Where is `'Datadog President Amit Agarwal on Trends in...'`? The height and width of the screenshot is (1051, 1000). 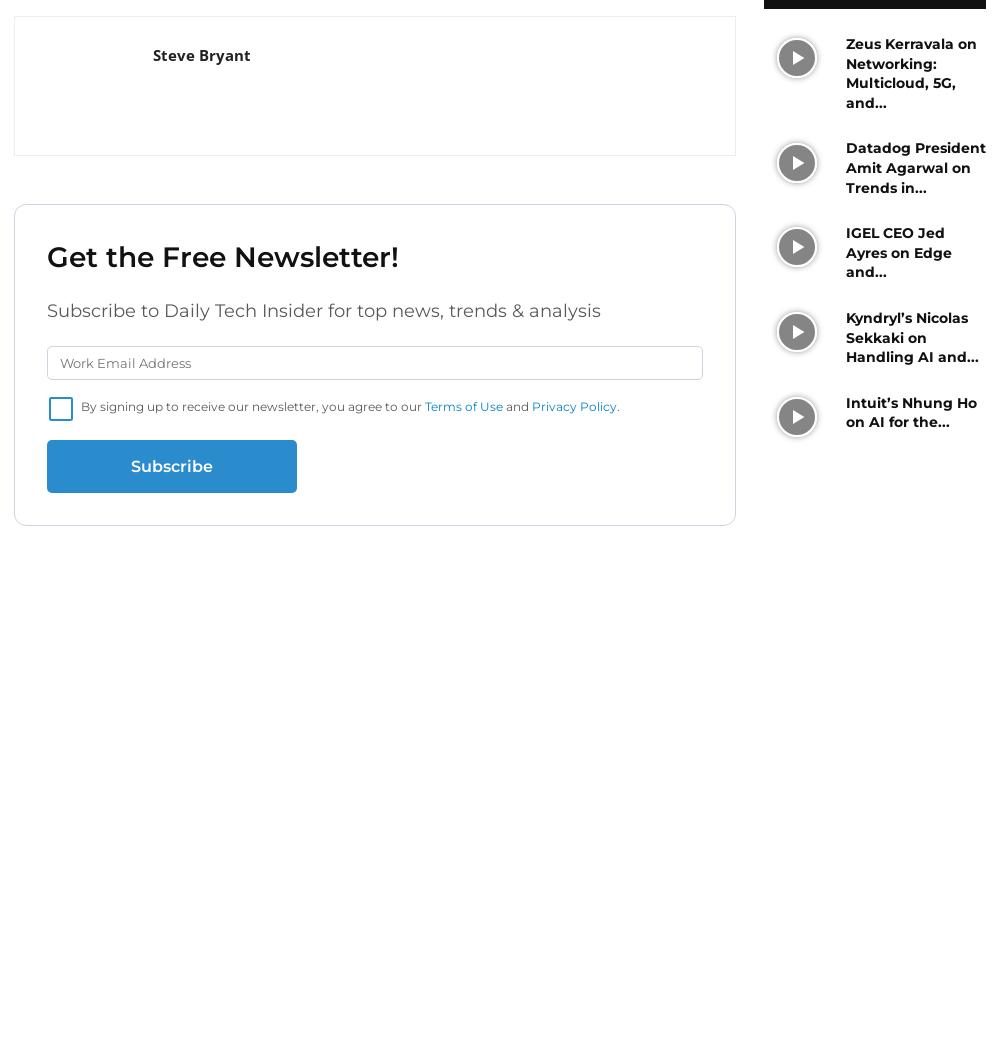 'Datadog President Amit Agarwal on Trends in...' is located at coordinates (915, 167).